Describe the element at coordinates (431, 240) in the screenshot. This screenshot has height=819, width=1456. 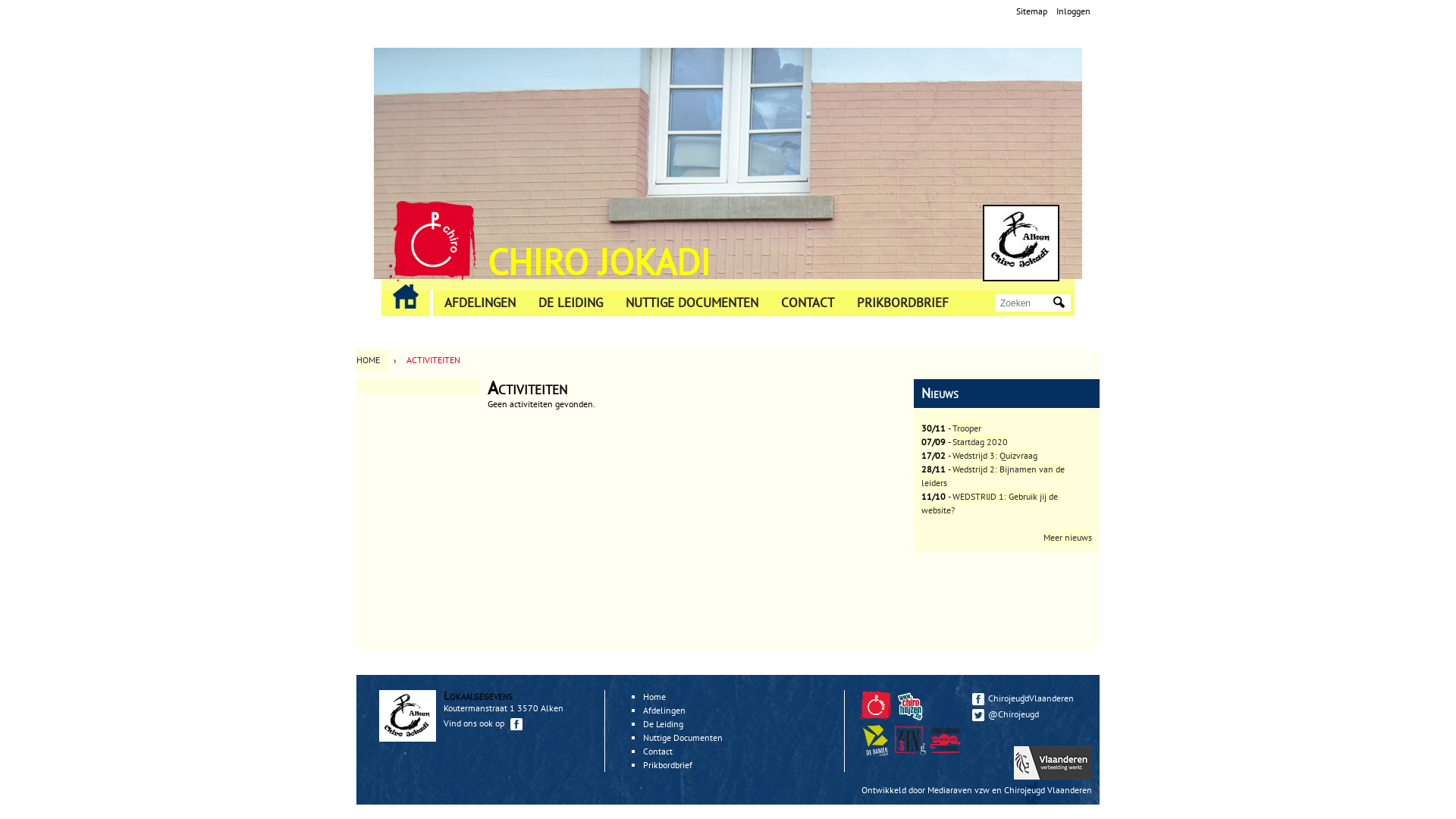
I see `'Home'` at that location.